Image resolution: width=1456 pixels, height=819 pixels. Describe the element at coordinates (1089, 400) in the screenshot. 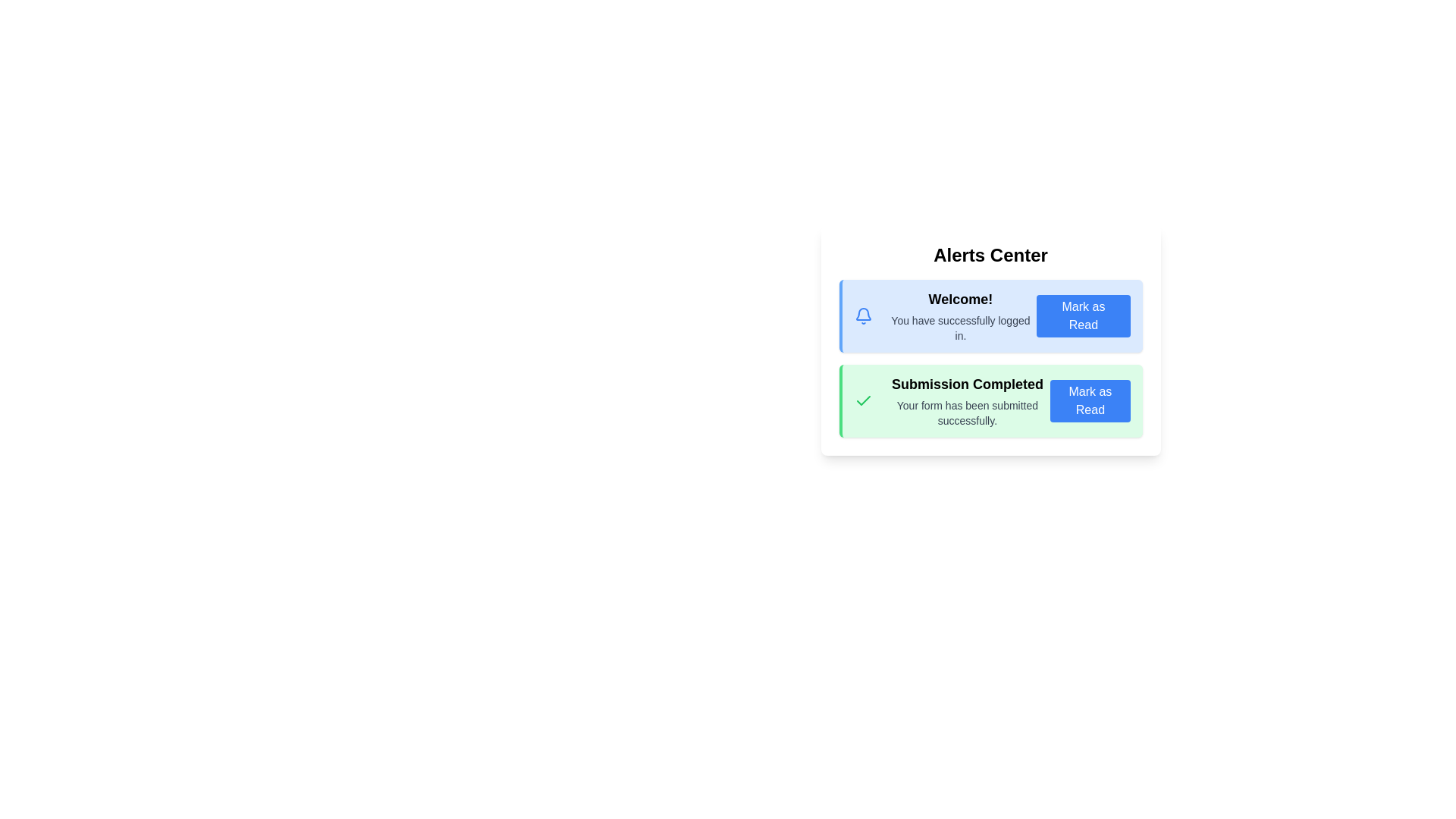

I see `the button located towards the right end inside the green-highlighted box that contains the text 'Submission Completed Your form has been submitted successfully.' to mark the alert as read` at that location.